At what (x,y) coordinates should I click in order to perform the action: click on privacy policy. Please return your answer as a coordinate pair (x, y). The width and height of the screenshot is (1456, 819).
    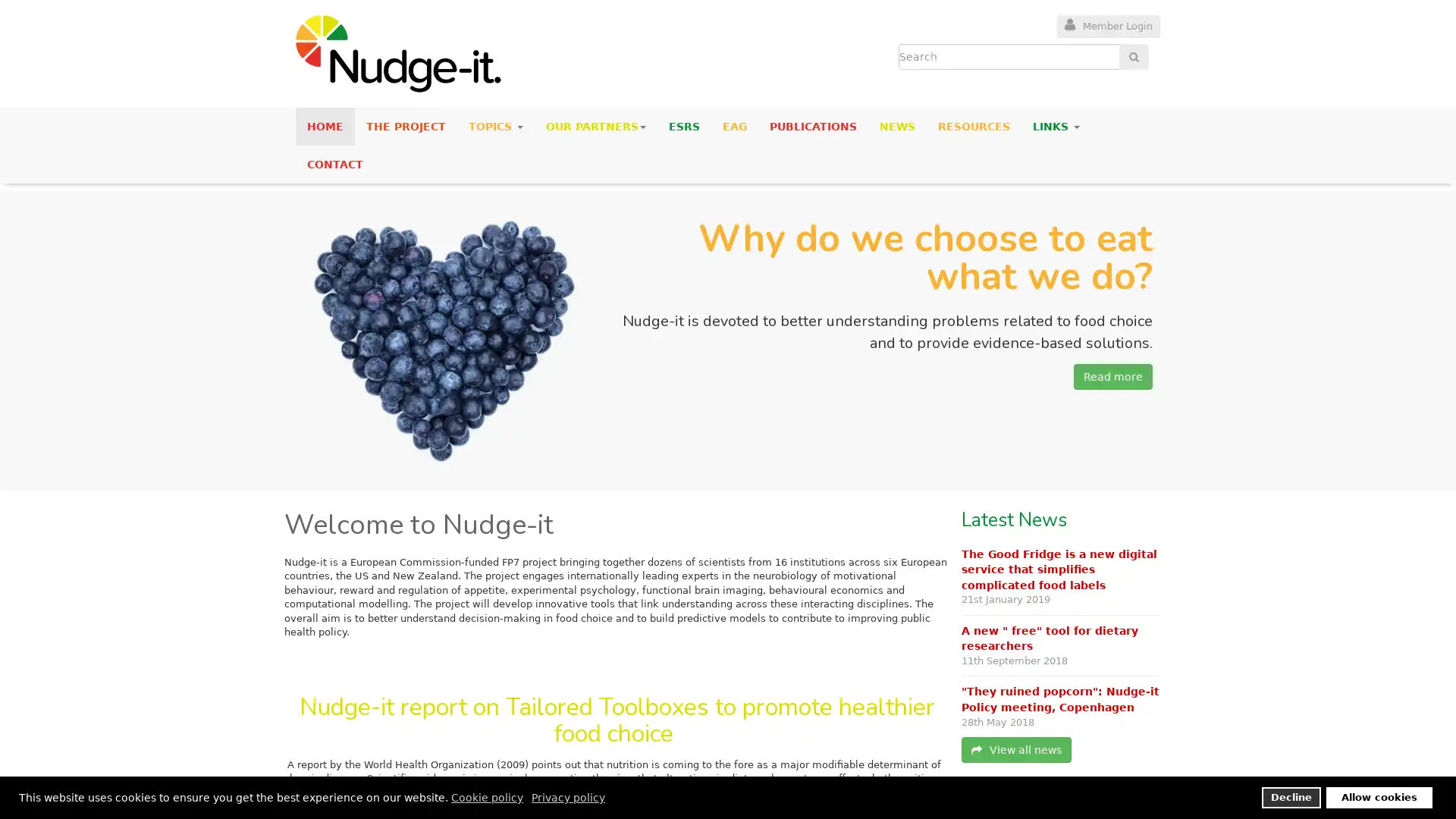
    Looking at the image, I should click on (567, 796).